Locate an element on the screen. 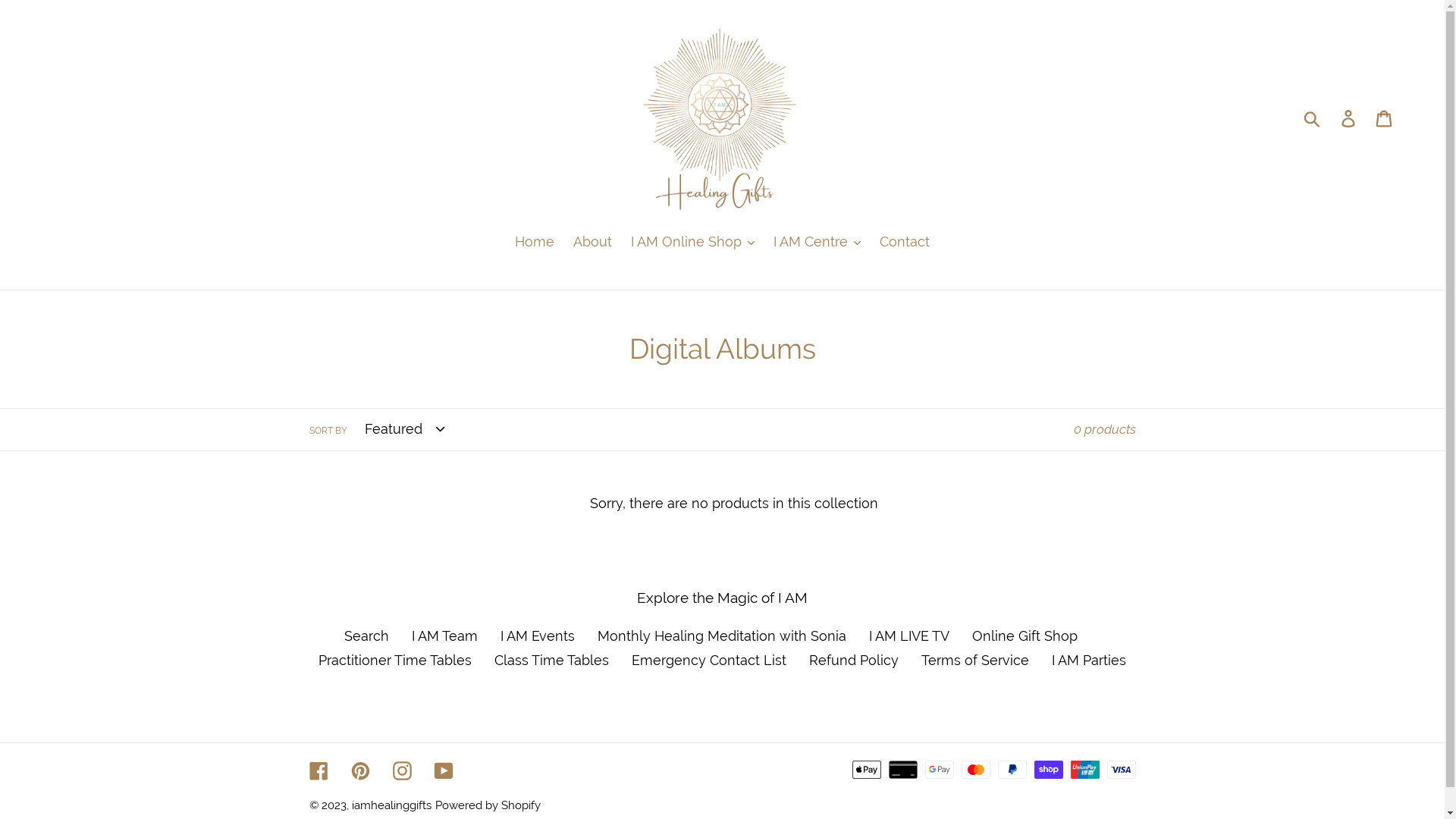 This screenshot has width=1456, height=819. 'Submit' is located at coordinates (1294, 116).